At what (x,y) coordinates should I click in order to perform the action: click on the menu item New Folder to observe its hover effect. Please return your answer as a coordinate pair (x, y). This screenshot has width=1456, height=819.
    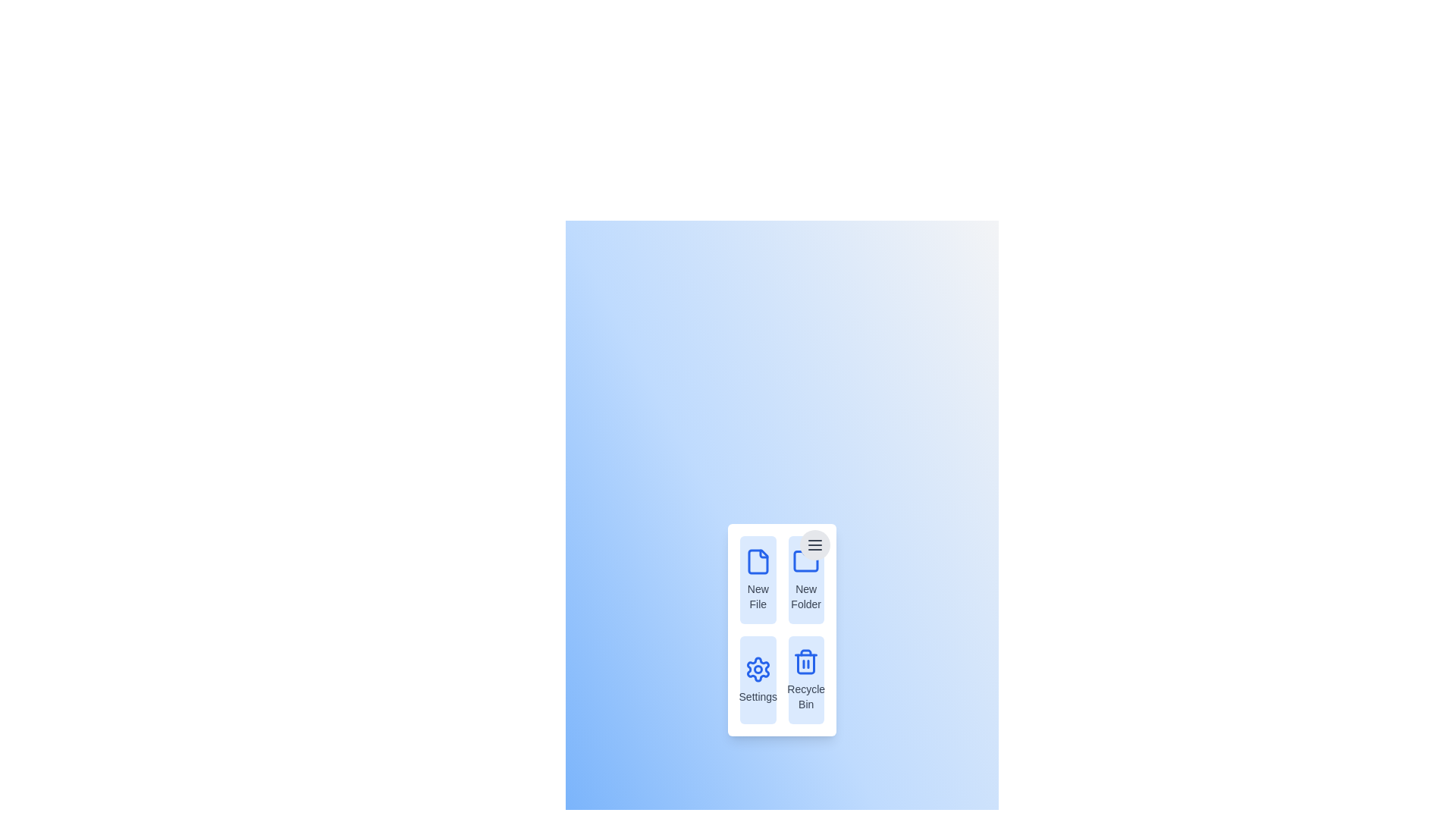
    Looking at the image, I should click on (805, 579).